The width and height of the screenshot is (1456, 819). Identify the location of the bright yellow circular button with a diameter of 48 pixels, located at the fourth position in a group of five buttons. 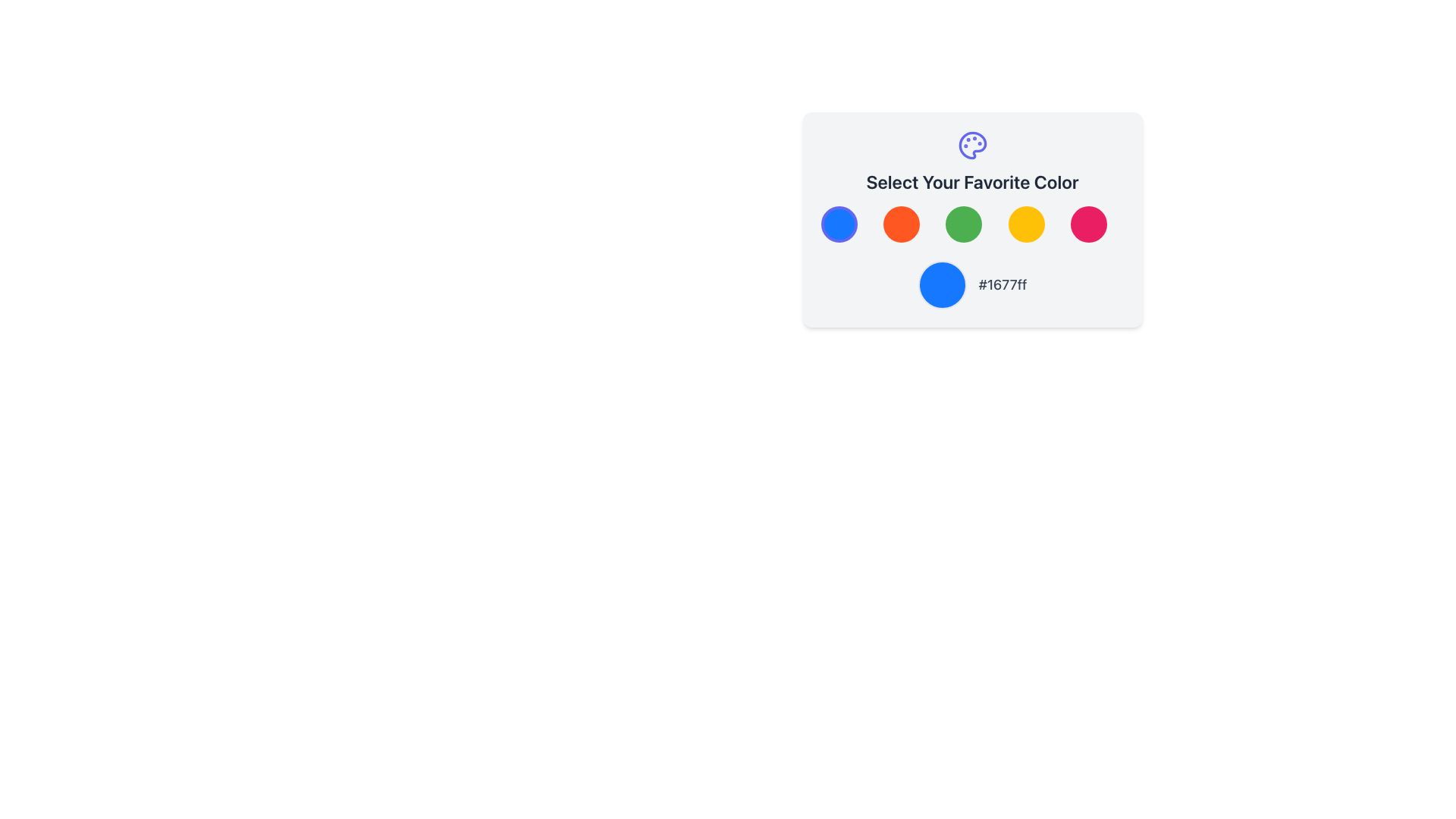
(1026, 224).